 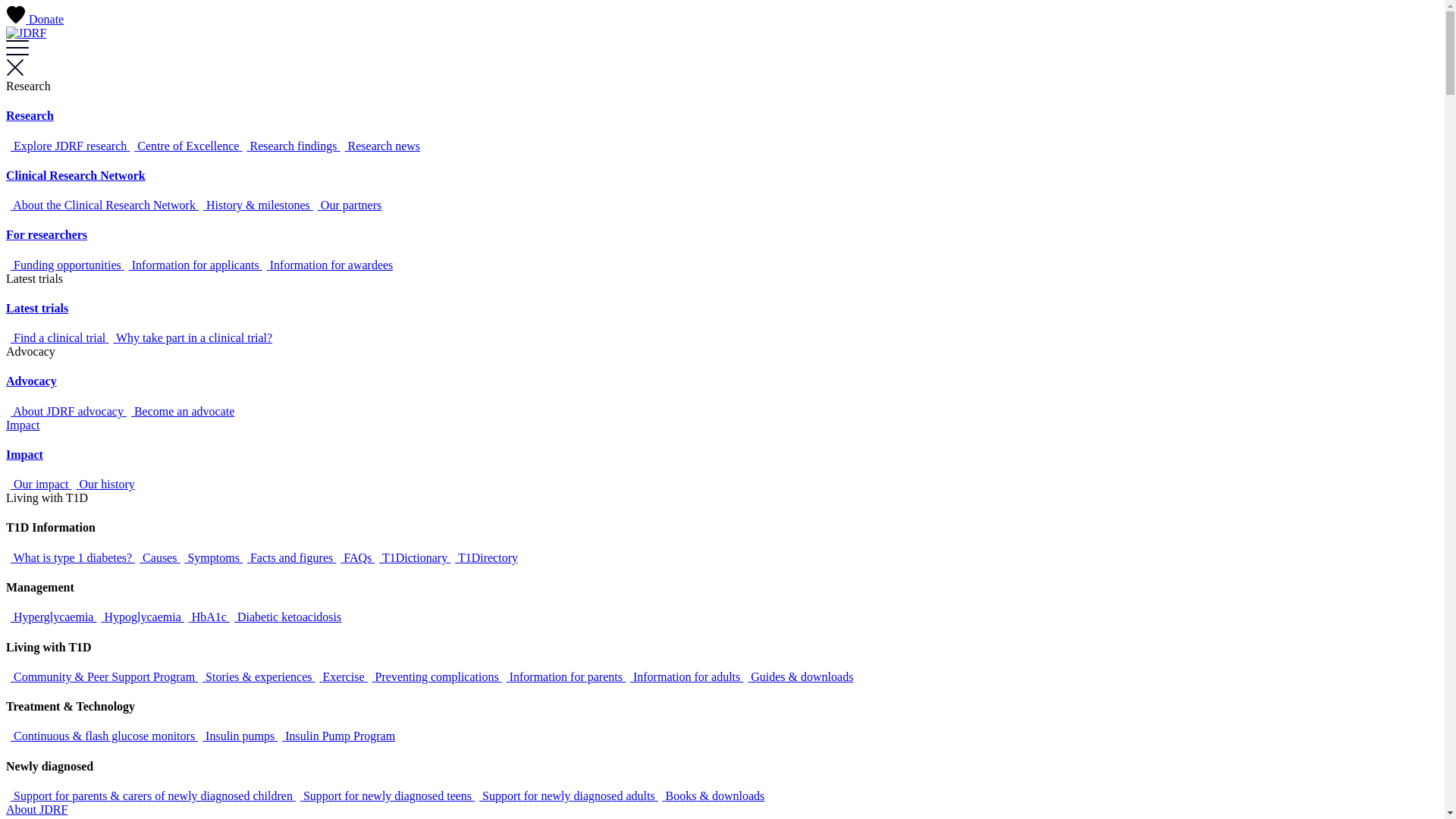 What do you see at coordinates (101, 205) in the screenshot?
I see `'About the Clinical Research Network'` at bounding box center [101, 205].